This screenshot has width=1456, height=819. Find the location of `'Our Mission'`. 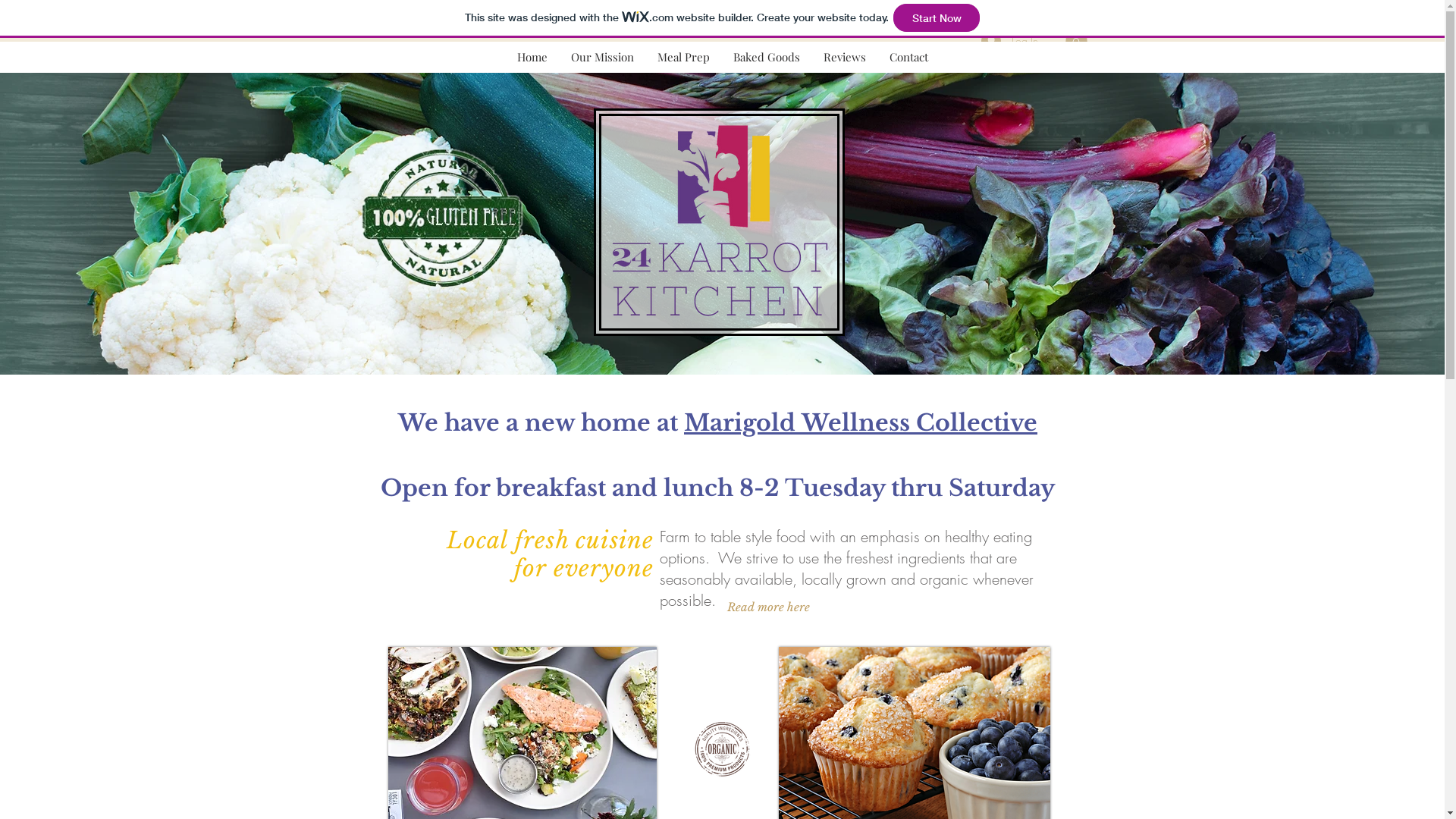

'Our Mission' is located at coordinates (601, 56).